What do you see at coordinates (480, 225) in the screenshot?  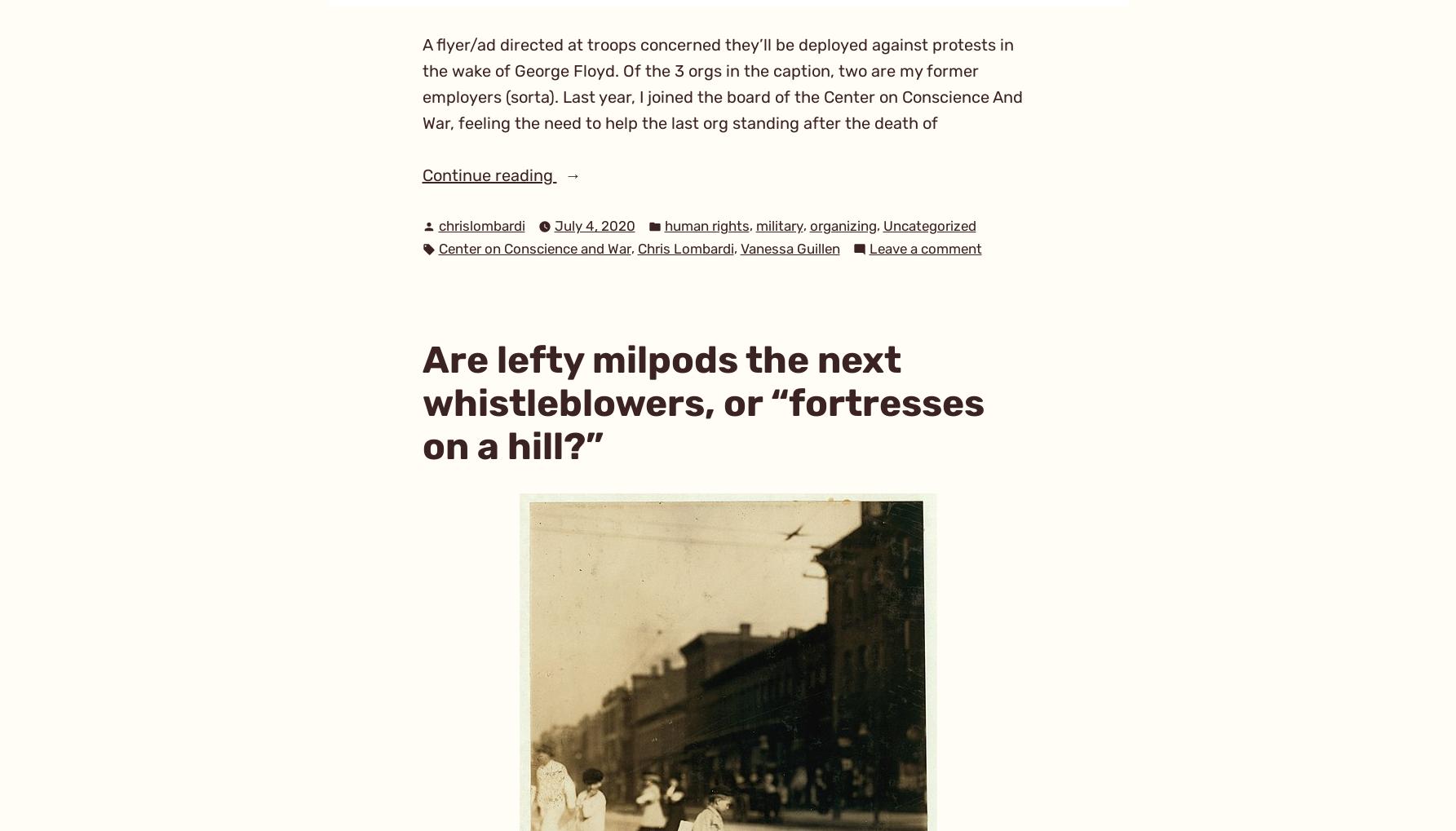 I see `'chrislombardi'` at bounding box center [480, 225].